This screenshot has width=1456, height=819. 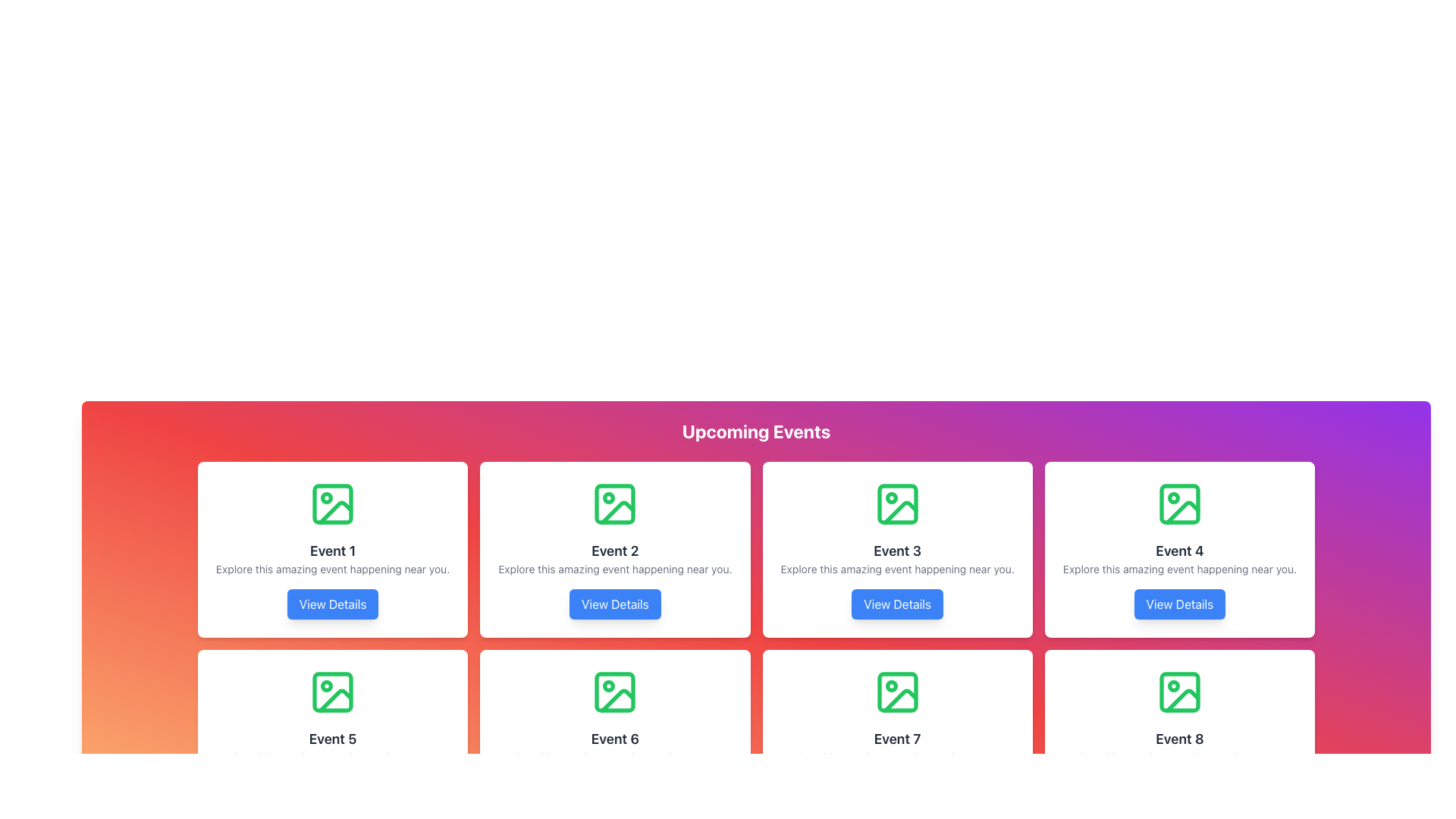 What do you see at coordinates (1178, 570) in the screenshot?
I see `the text block containing 'Explore this amazing event happening near you.' located below the title 'Event 4' and above the button 'View Details' in the fourth card of the grid layout` at bounding box center [1178, 570].